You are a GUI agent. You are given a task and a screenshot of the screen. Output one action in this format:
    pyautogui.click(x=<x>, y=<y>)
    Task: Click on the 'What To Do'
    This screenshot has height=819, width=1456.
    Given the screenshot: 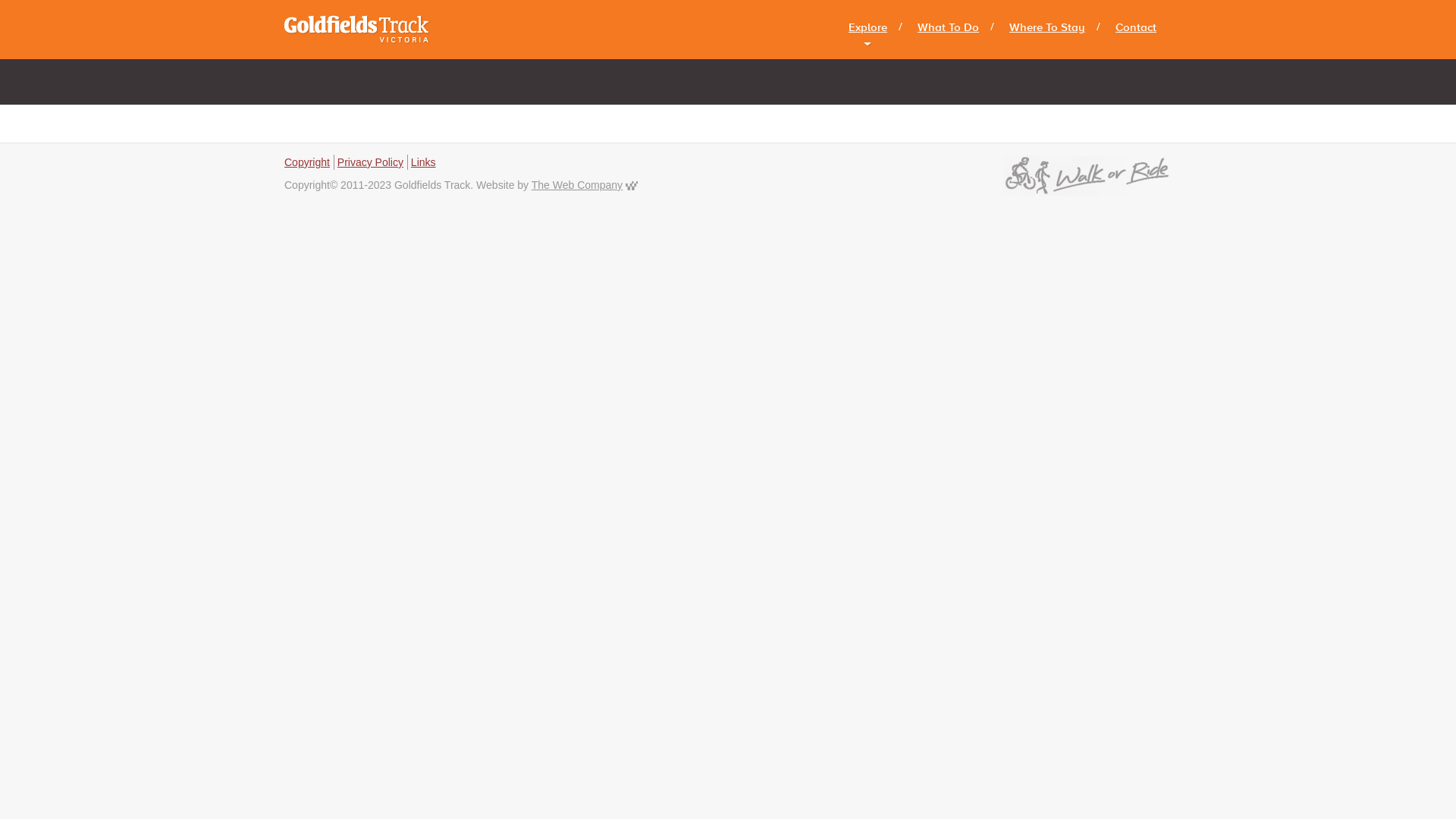 What is the action you would take?
    pyautogui.click(x=947, y=27)
    